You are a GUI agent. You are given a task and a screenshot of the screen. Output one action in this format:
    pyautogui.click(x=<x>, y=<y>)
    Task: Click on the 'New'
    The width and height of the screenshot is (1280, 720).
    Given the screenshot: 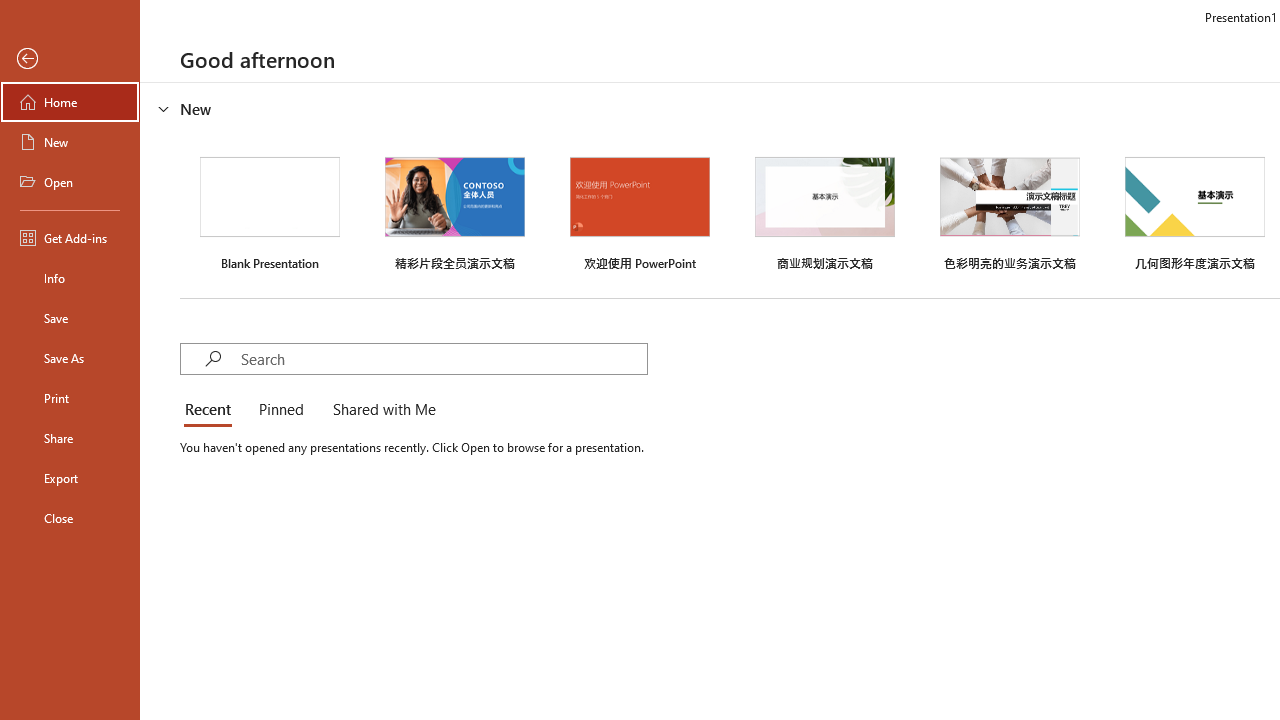 What is the action you would take?
    pyautogui.click(x=69, y=140)
    